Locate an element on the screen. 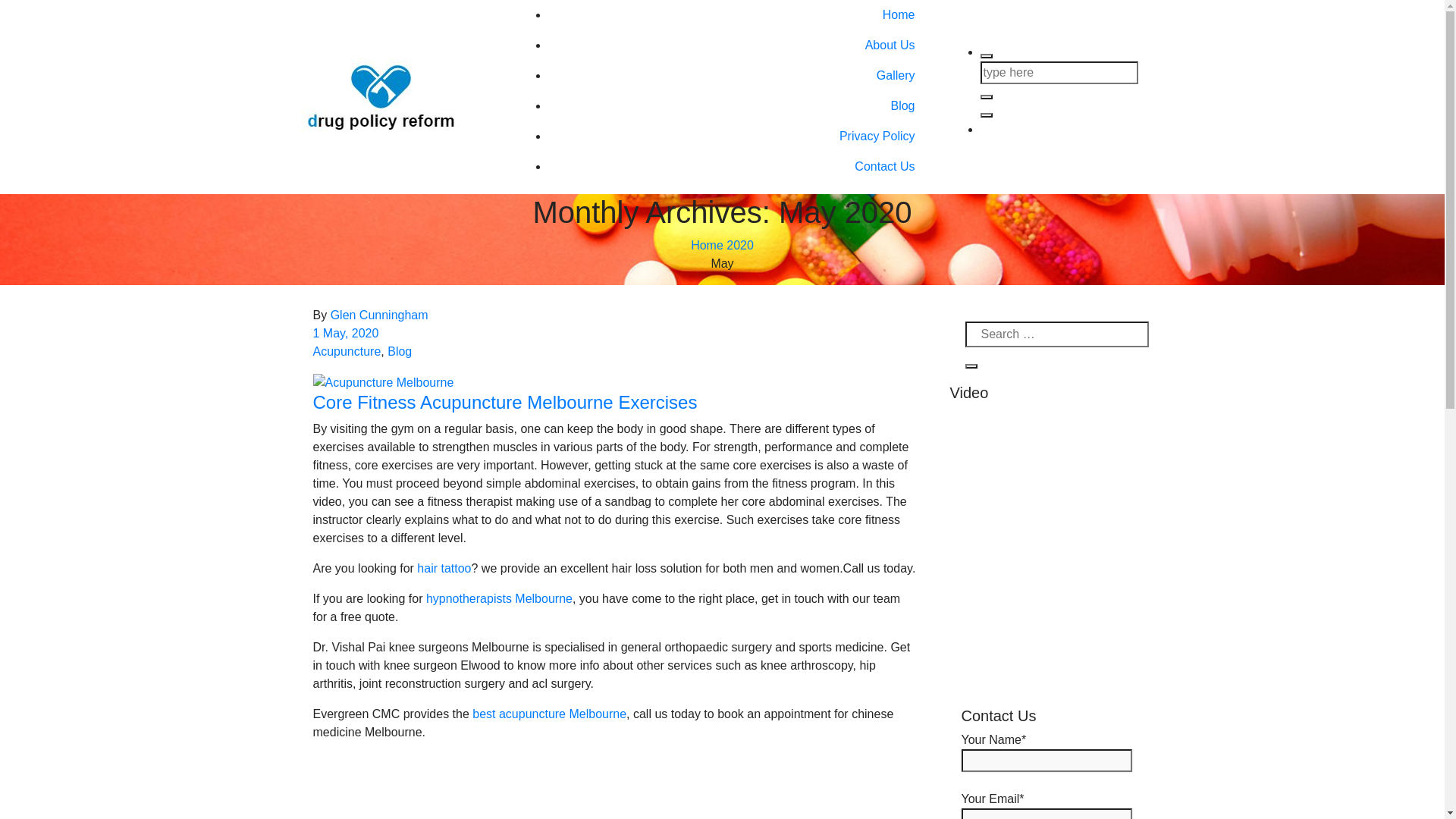 The image size is (1456, 819). '1 May, 2020' is located at coordinates (344, 332).